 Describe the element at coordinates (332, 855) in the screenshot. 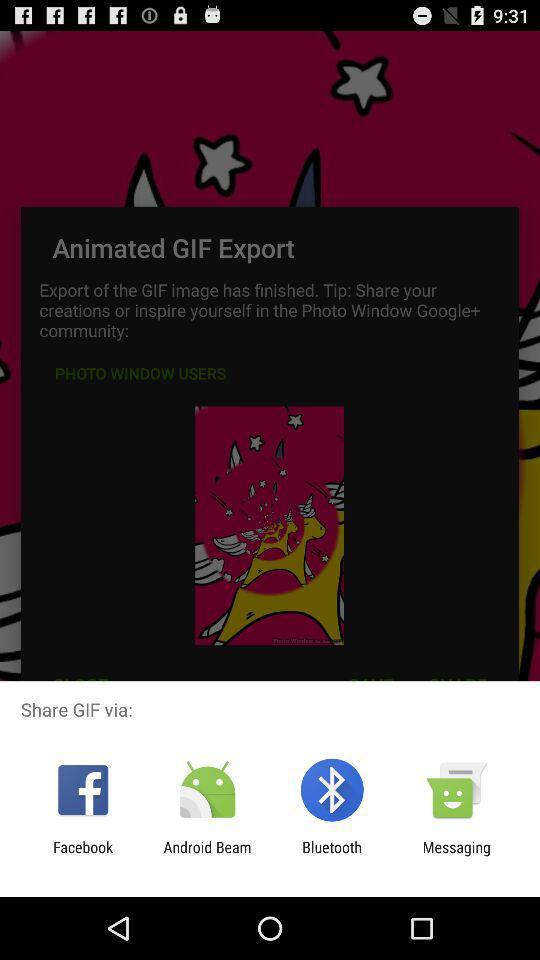

I see `app to the right of the android beam` at that location.